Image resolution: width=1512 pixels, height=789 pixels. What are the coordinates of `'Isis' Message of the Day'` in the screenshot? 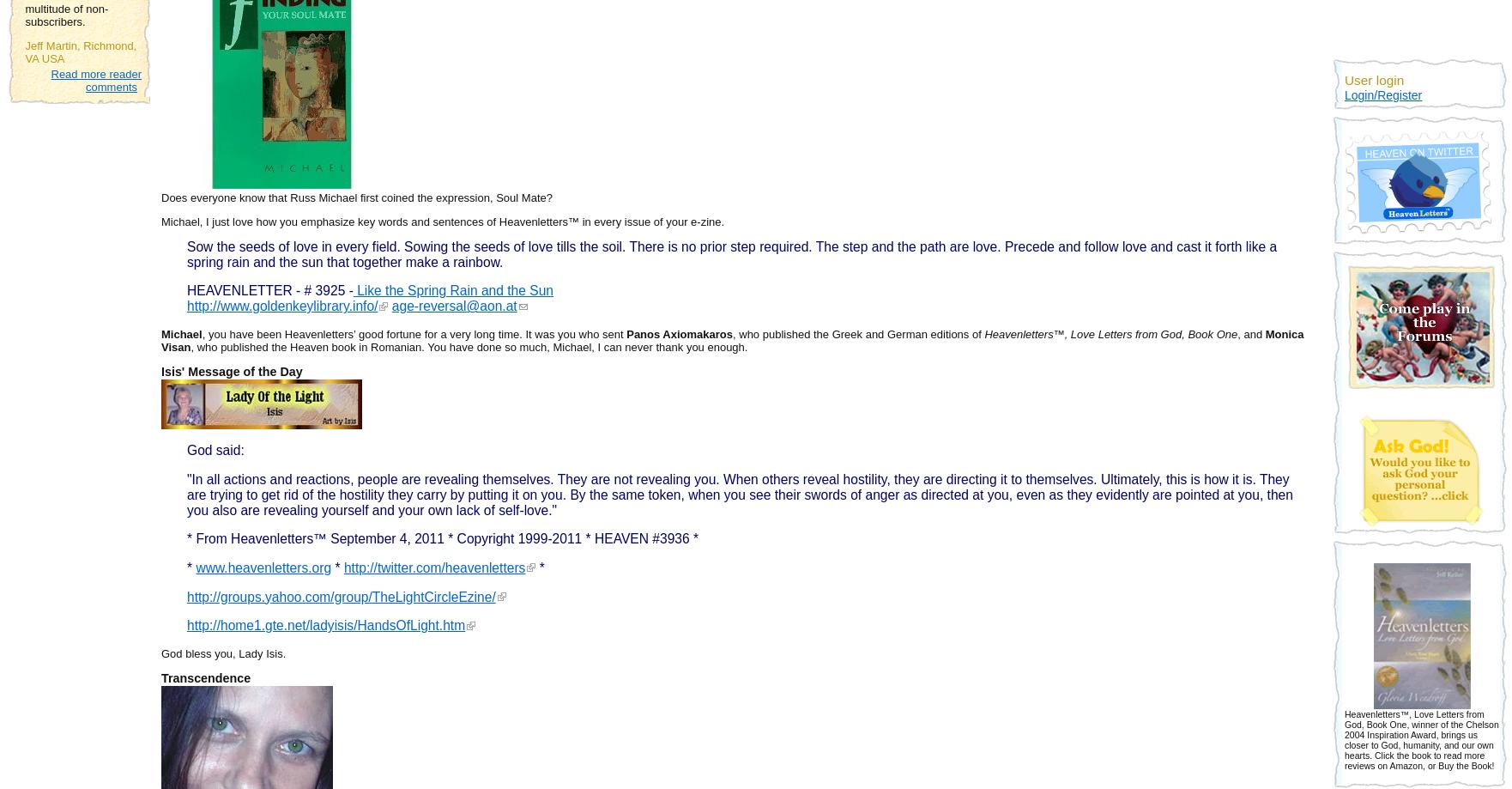 It's located at (231, 371).